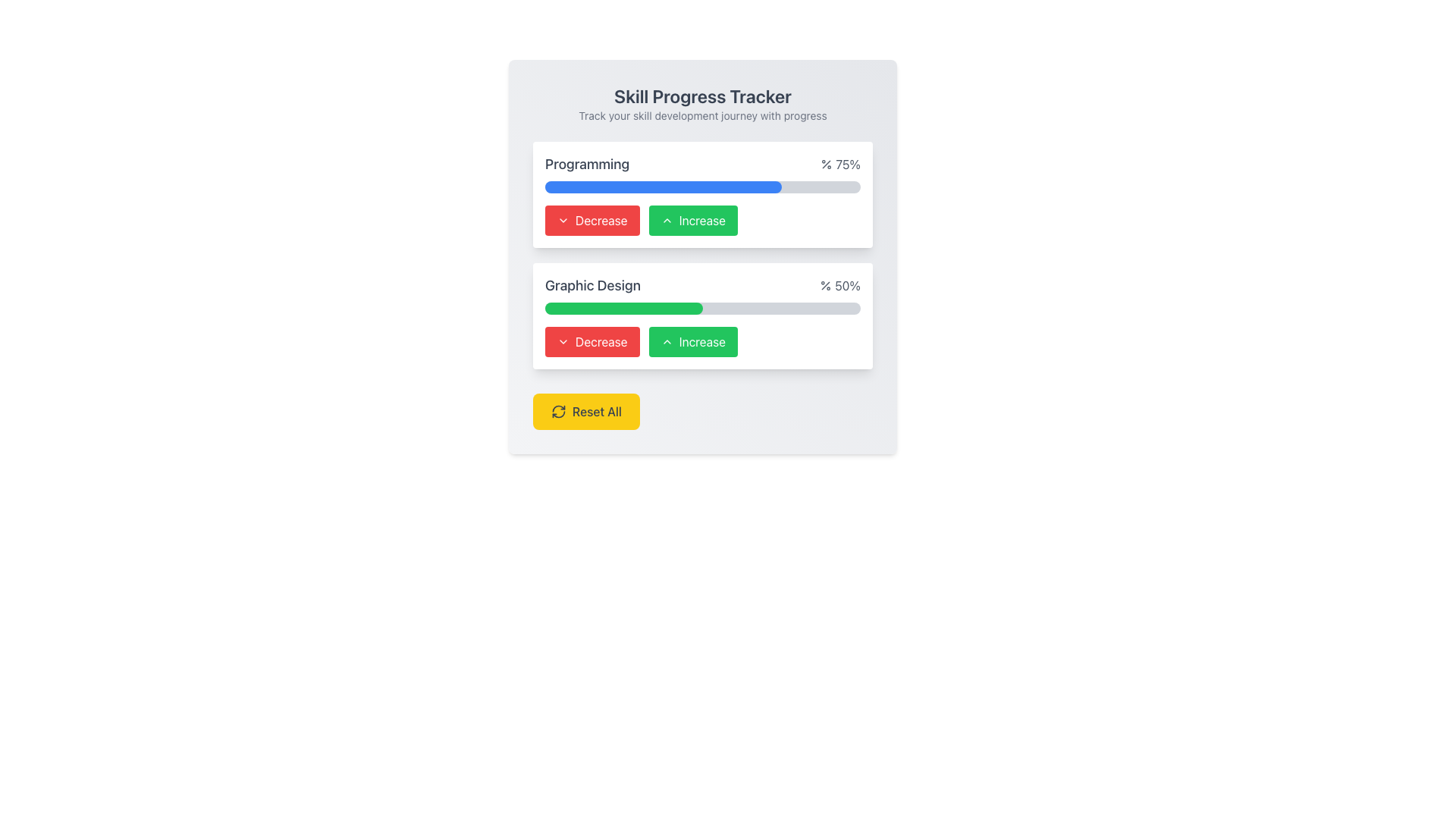 This screenshot has width=1456, height=819. What do you see at coordinates (692, 342) in the screenshot?
I see `the 'Increase' button, which has a bright green background, rounded corners, and contains the text 'Increase' with a white chevron-up icon to observe hover effects` at bounding box center [692, 342].